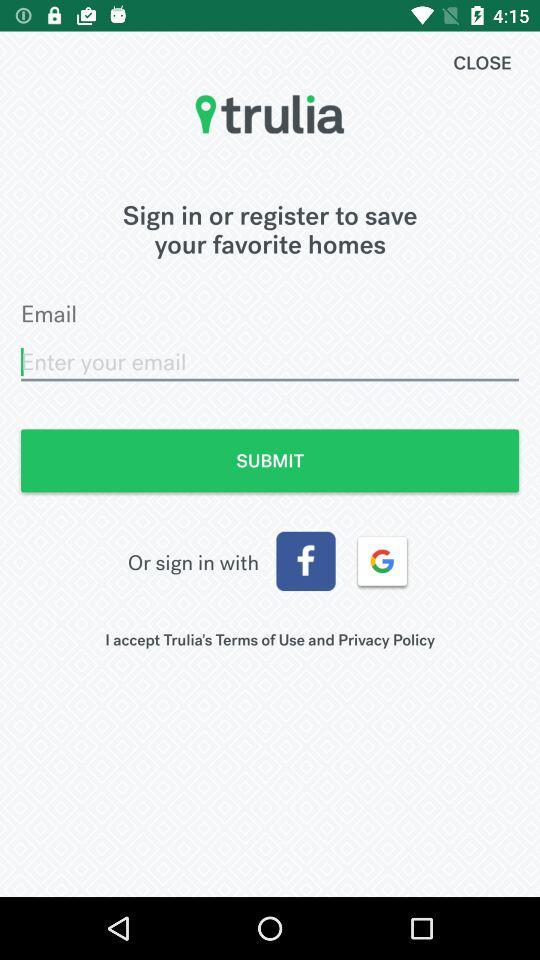 This screenshot has height=960, width=540. What do you see at coordinates (270, 361) in the screenshot?
I see `item below email` at bounding box center [270, 361].